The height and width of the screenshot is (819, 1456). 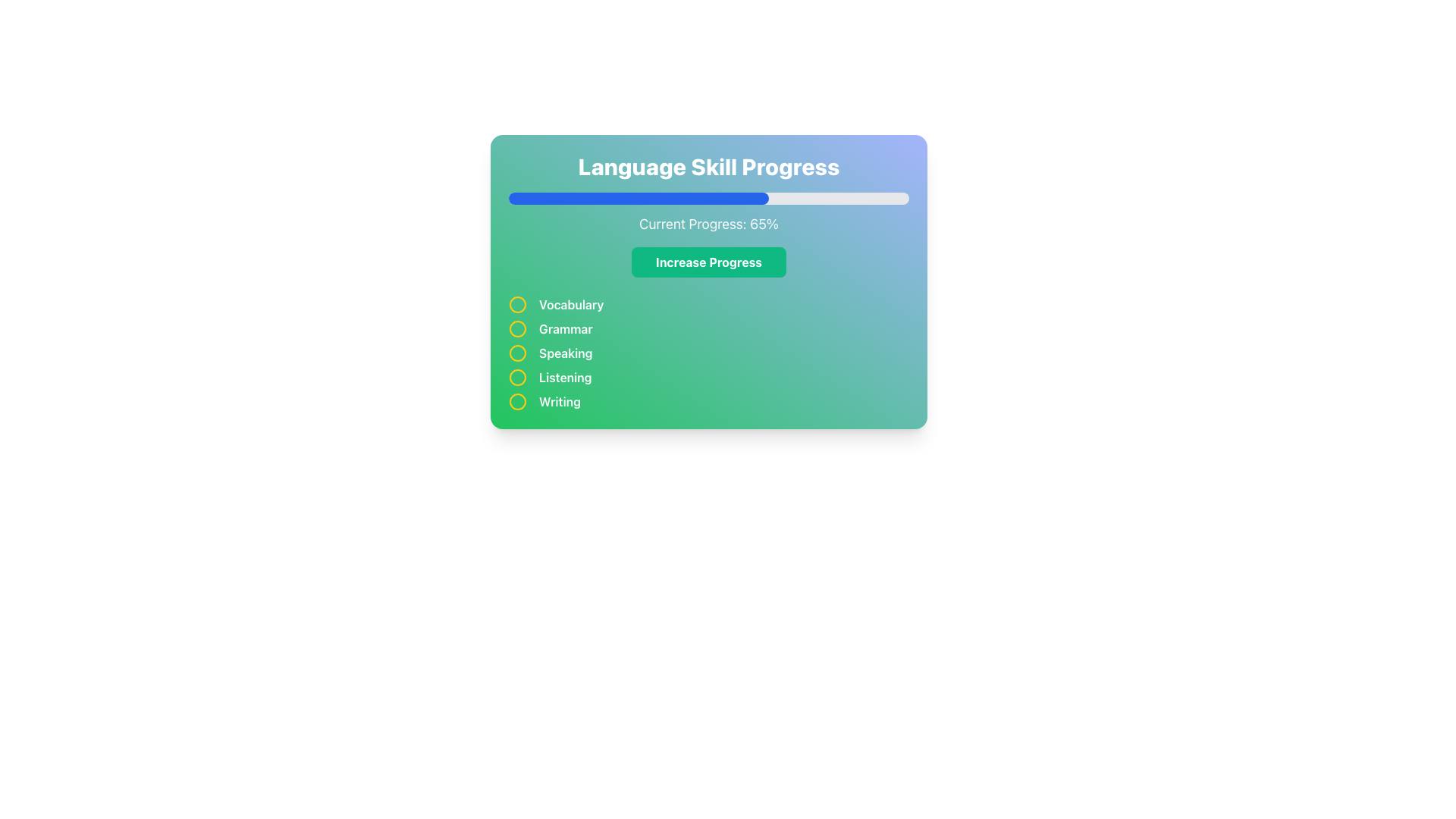 What do you see at coordinates (708, 262) in the screenshot?
I see `the green button with the bold white text 'Increase Progress' that is located directly underneath the 'Current Progress: 65%' text` at bounding box center [708, 262].